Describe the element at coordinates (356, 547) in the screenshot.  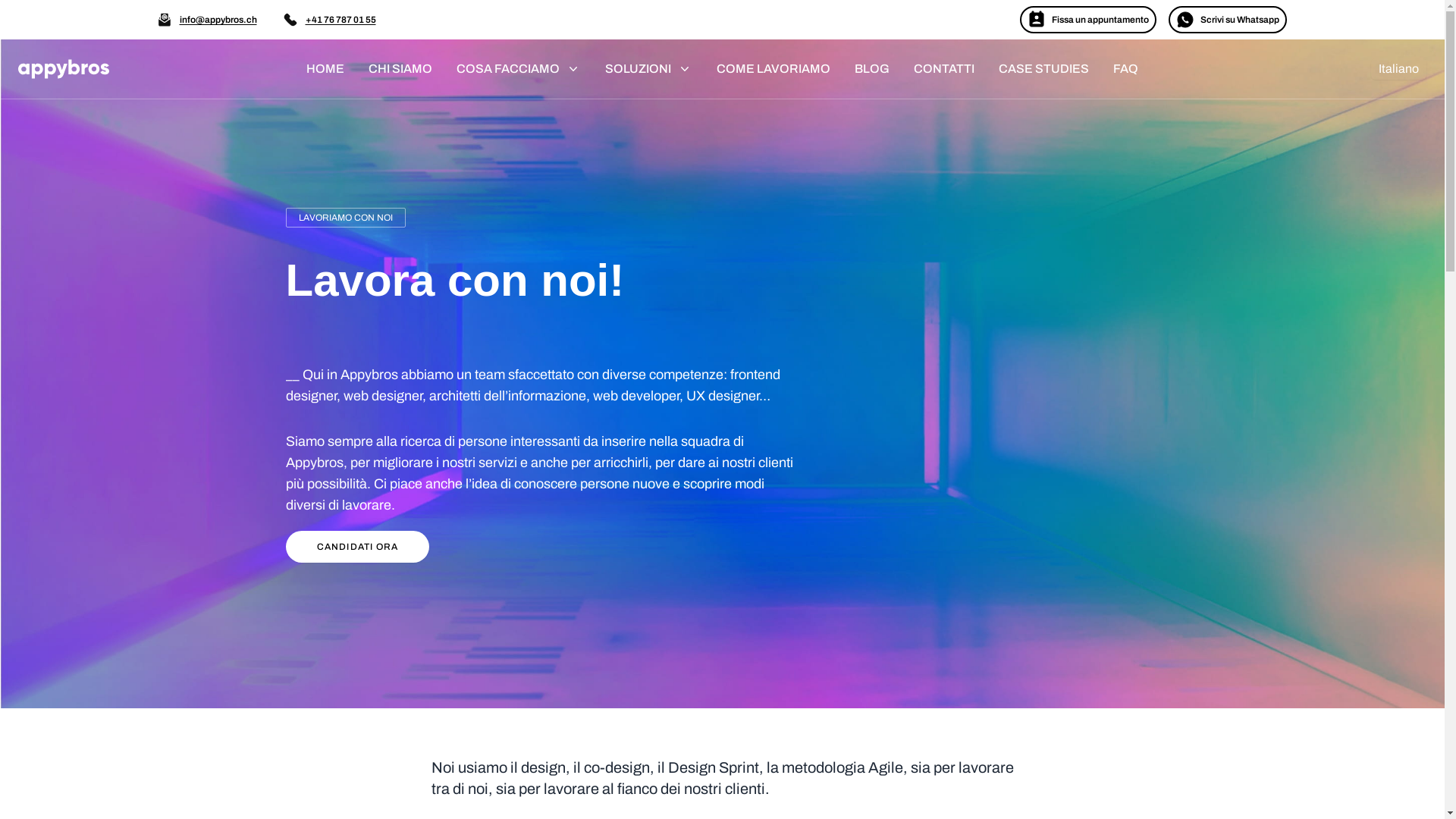
I see `'CANDIDATI ORA'` at that location.